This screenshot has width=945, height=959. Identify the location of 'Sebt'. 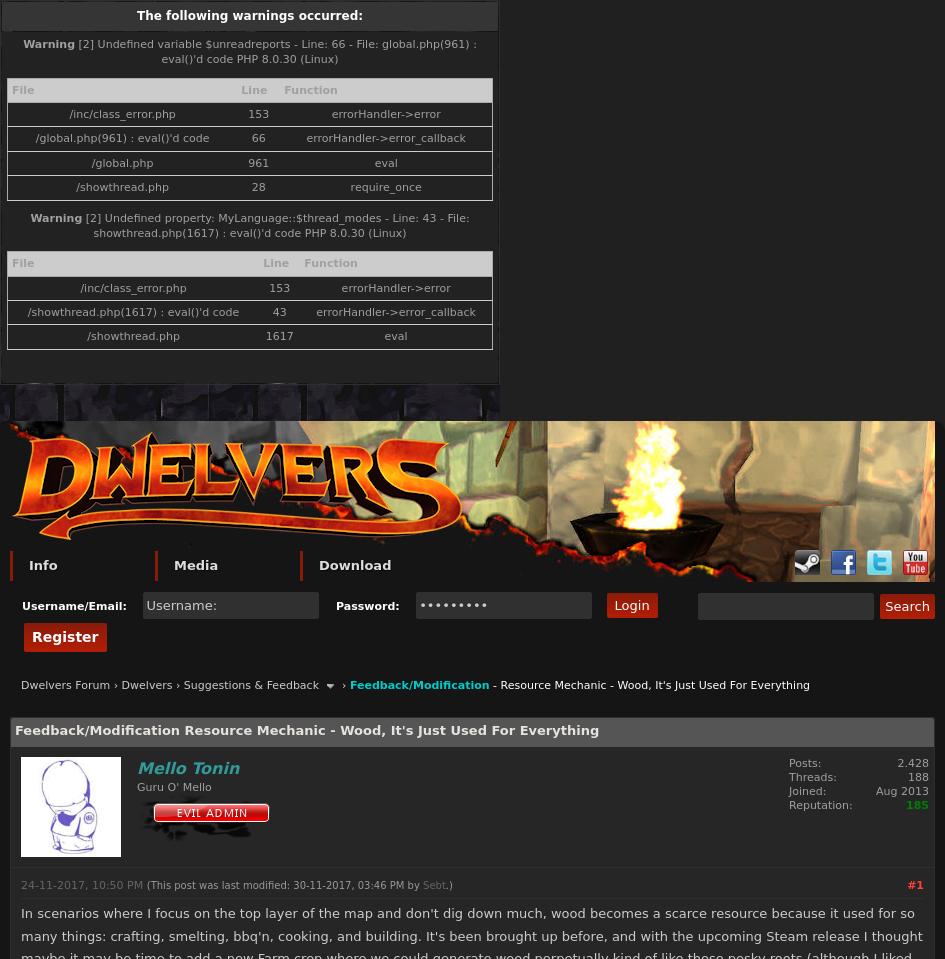
(434, 883).